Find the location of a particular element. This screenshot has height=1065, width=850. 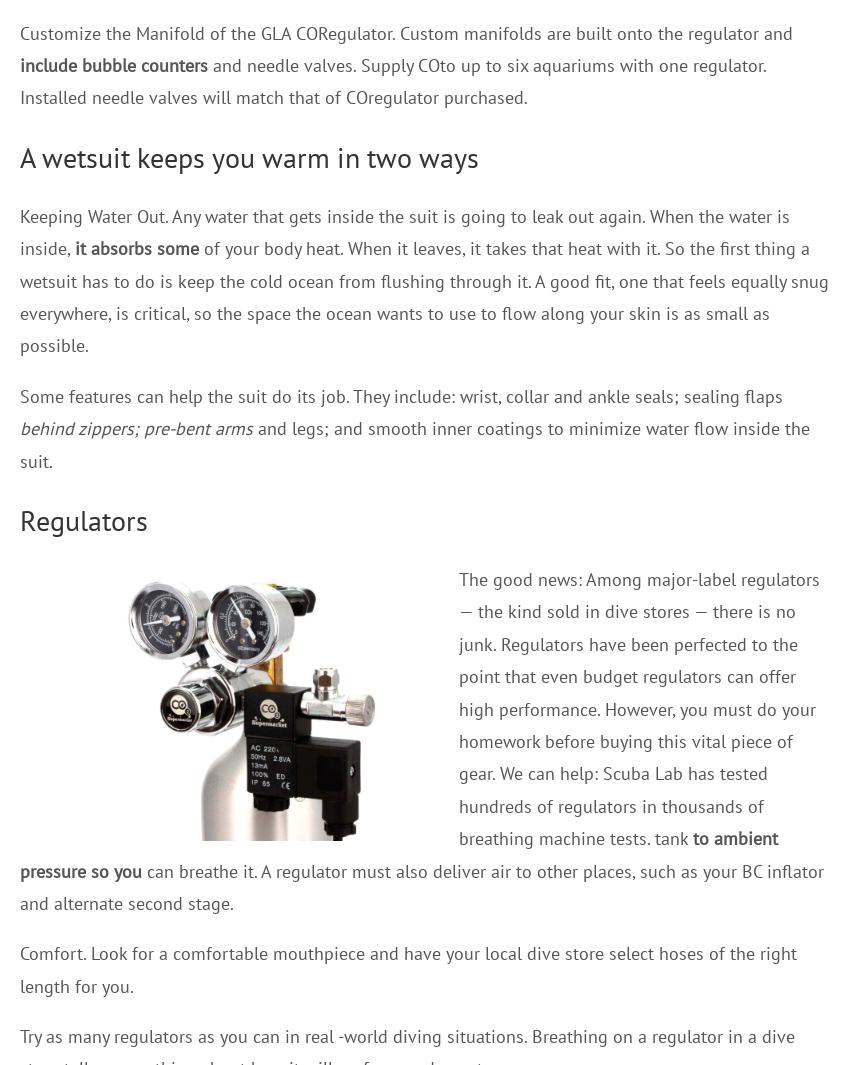

'include bubble counters' is located at coordinates (112, 64).